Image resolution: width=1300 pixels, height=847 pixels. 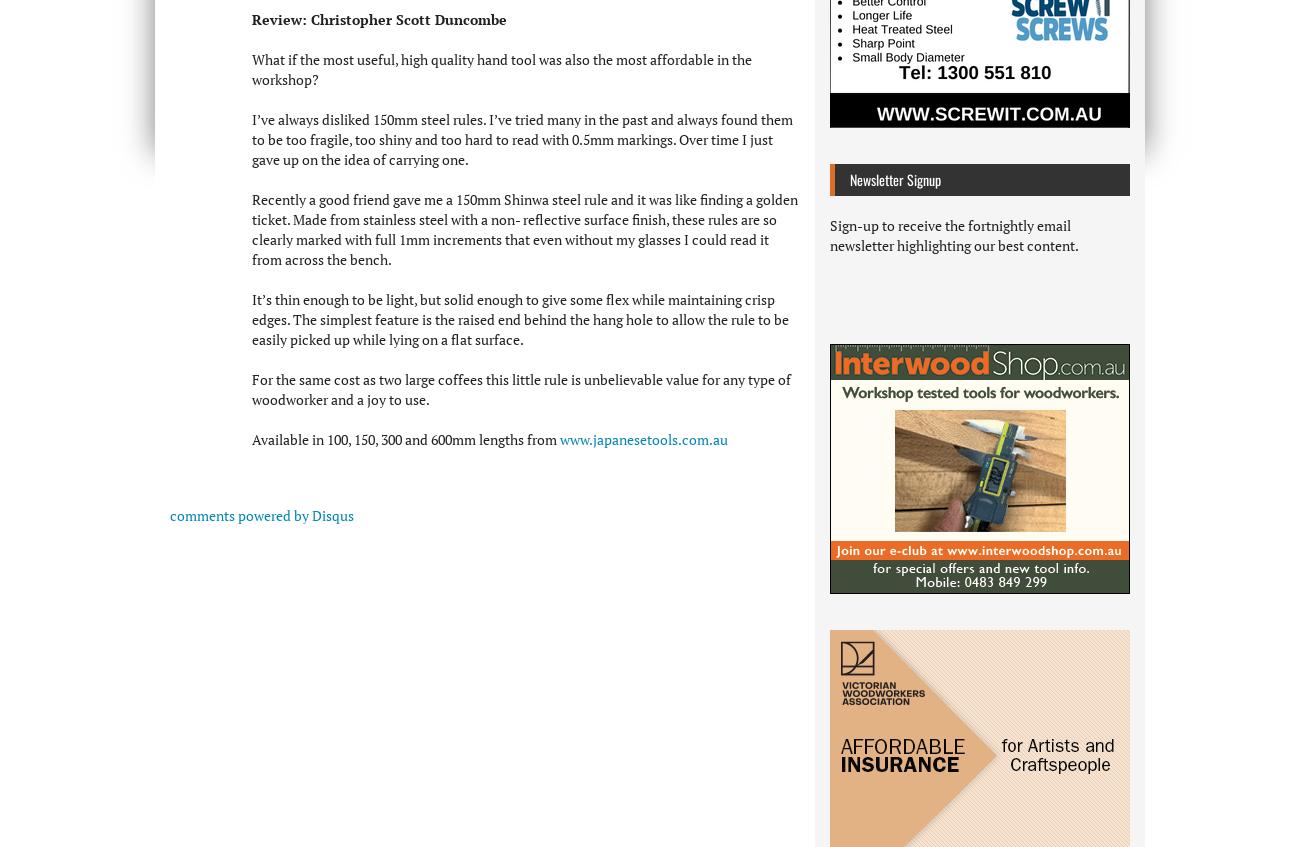 I want to click on 'Sign-up to receive the fortnightly email newsletter highlighting our best content.', so click(x=954, y=235).